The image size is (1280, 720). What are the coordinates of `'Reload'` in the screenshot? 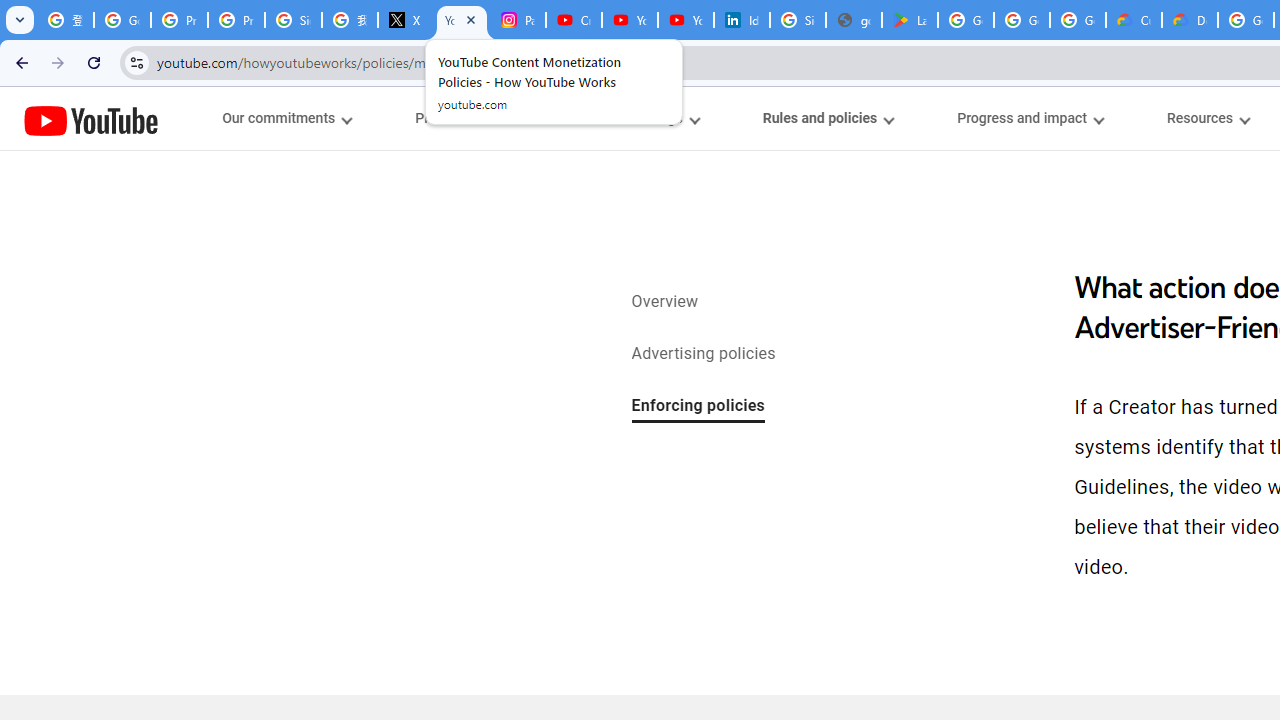 It's located at (93, 61).